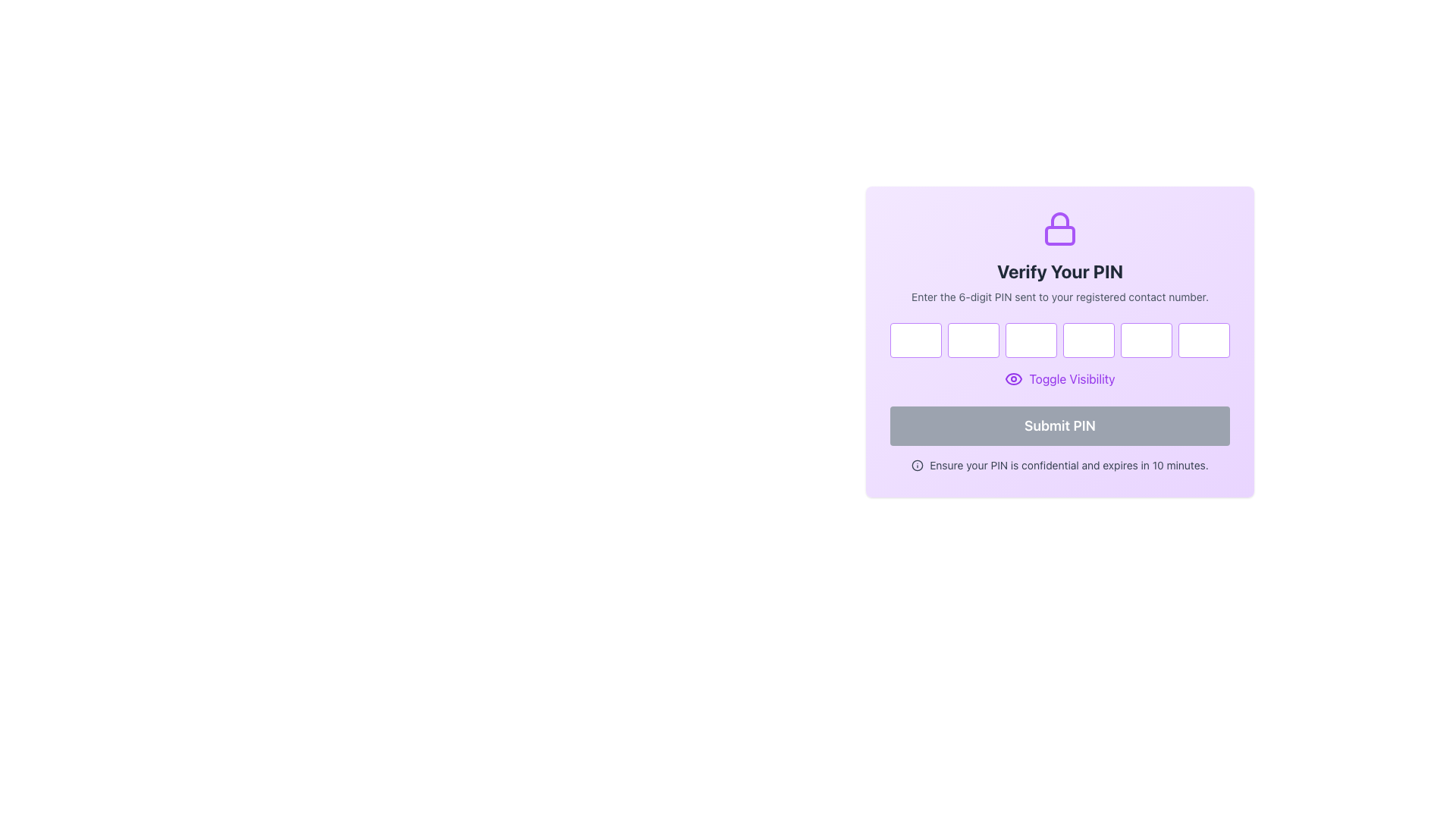 This screenshot has height=819, width=1456. I want to click on the SVG icon that serves as a visual indicator for informational content, located to the left of the text 'Ensure your PIN is confidential and expires in 10 minutes.', so click(917, 464).